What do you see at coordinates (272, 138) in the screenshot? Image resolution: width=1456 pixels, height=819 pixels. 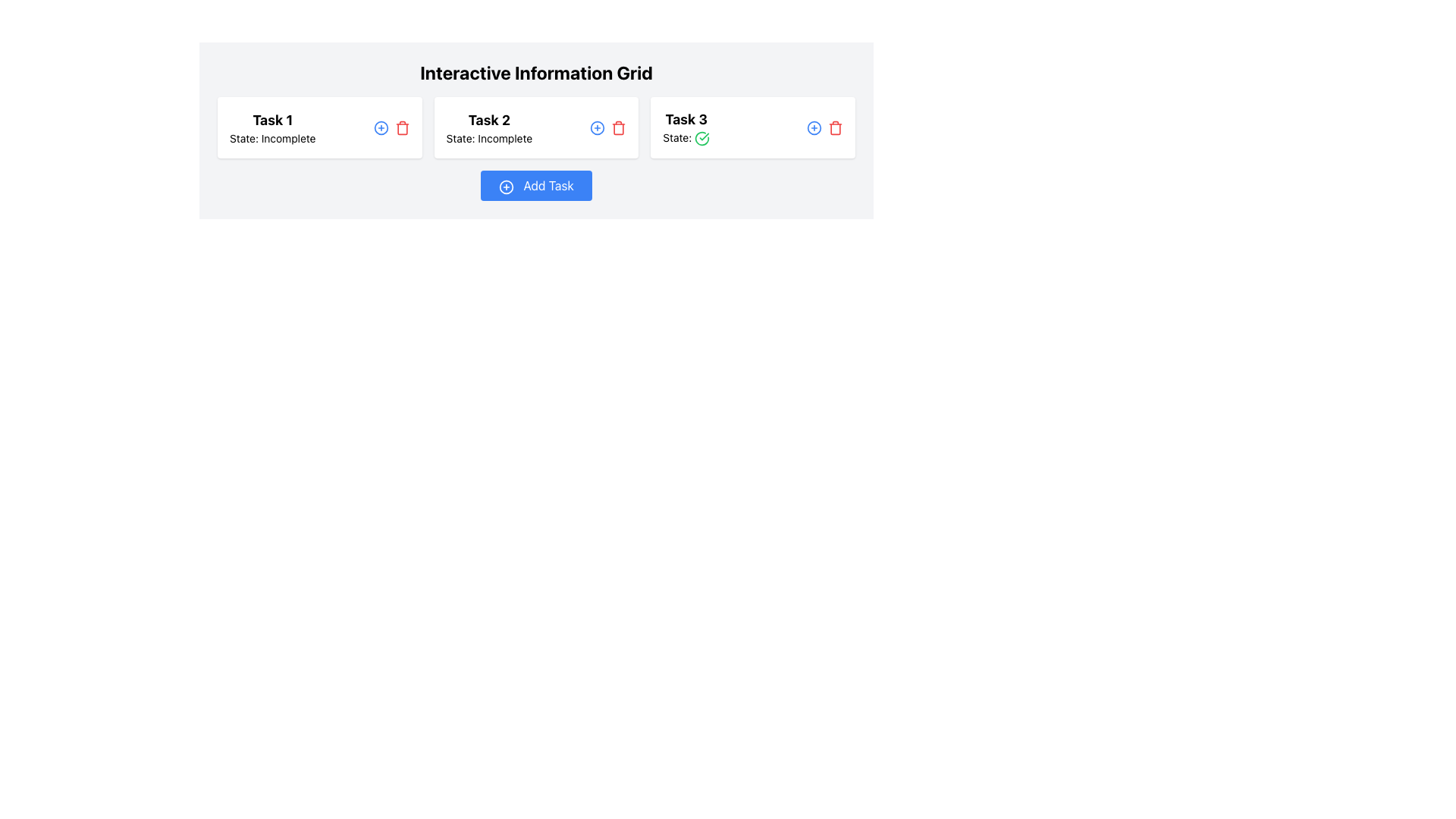 I see `the text label displaying 'State: Incomplete' which is located directly beneath the 'Task 1' label in the first task card of the grid layout` at bounding box center [272, 138].